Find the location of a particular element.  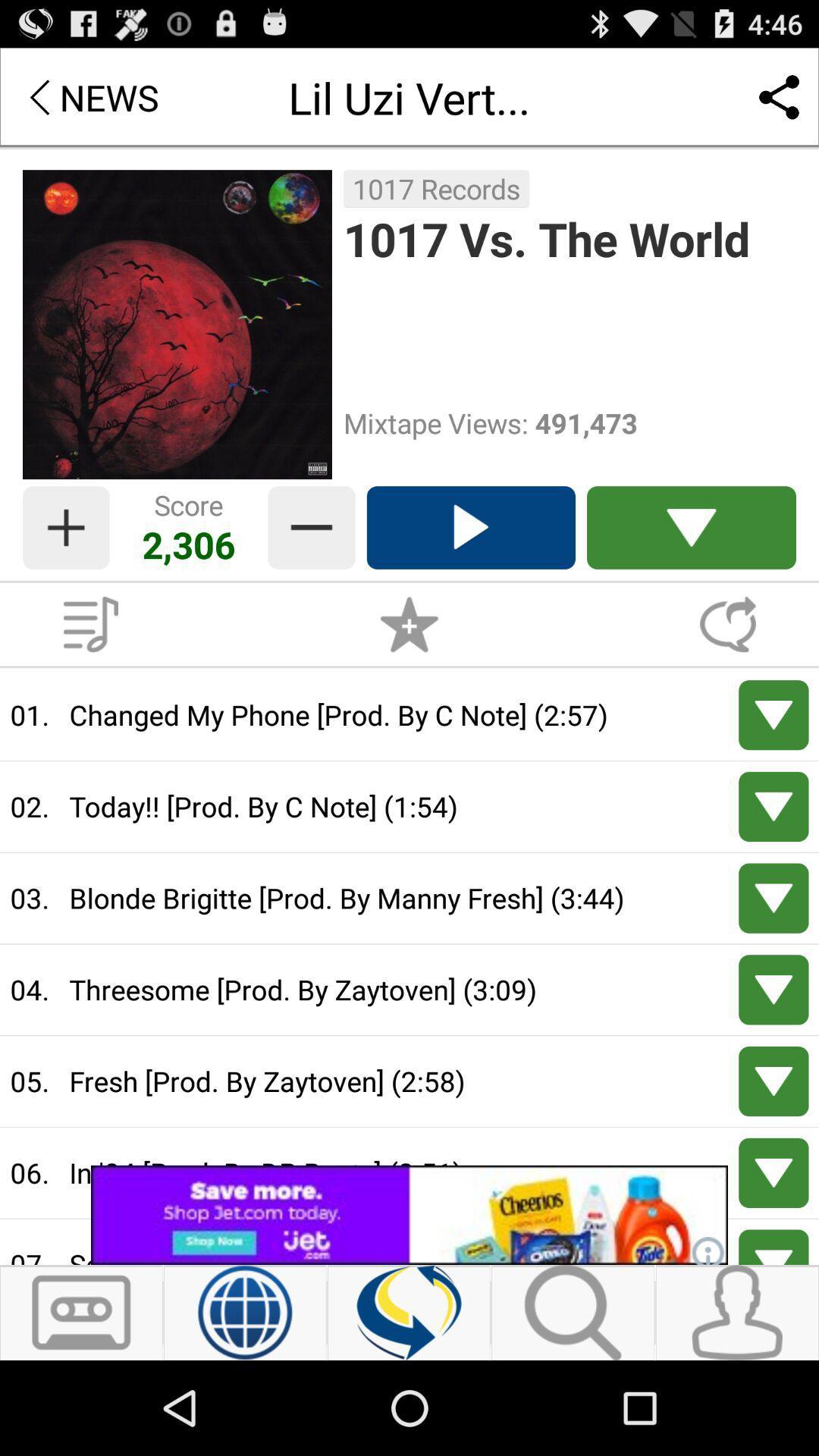

option is located at coordinates (470, 528).